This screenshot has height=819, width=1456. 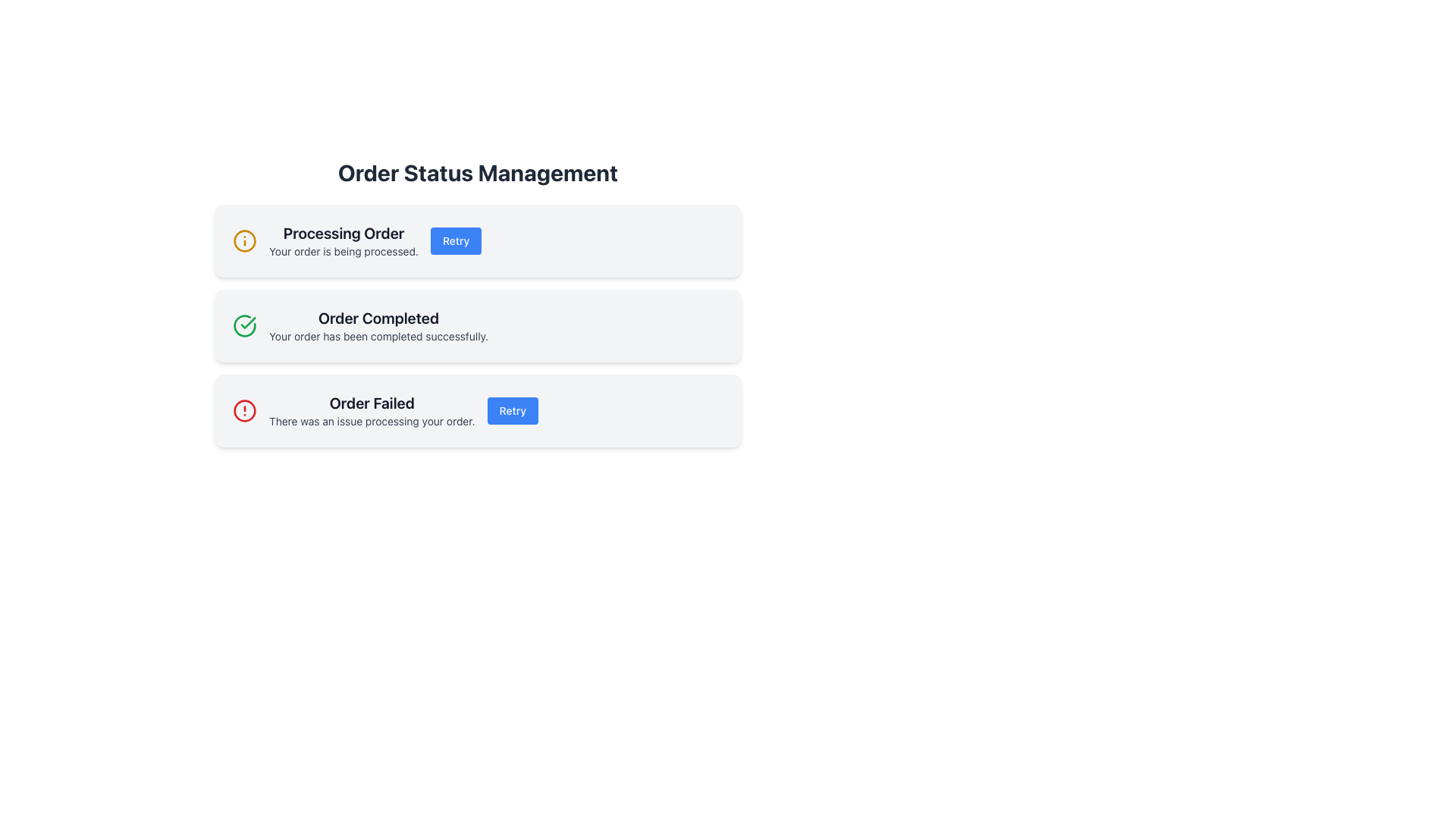 What do you see at coordinates (477, 325) in the screenshot?
I see `the Informational Section that indicates successful order completion, located between the 'Processing Order' and 'Order Failed' sections under the 'Order Status Management' heading` at bounding box center [477, 325].